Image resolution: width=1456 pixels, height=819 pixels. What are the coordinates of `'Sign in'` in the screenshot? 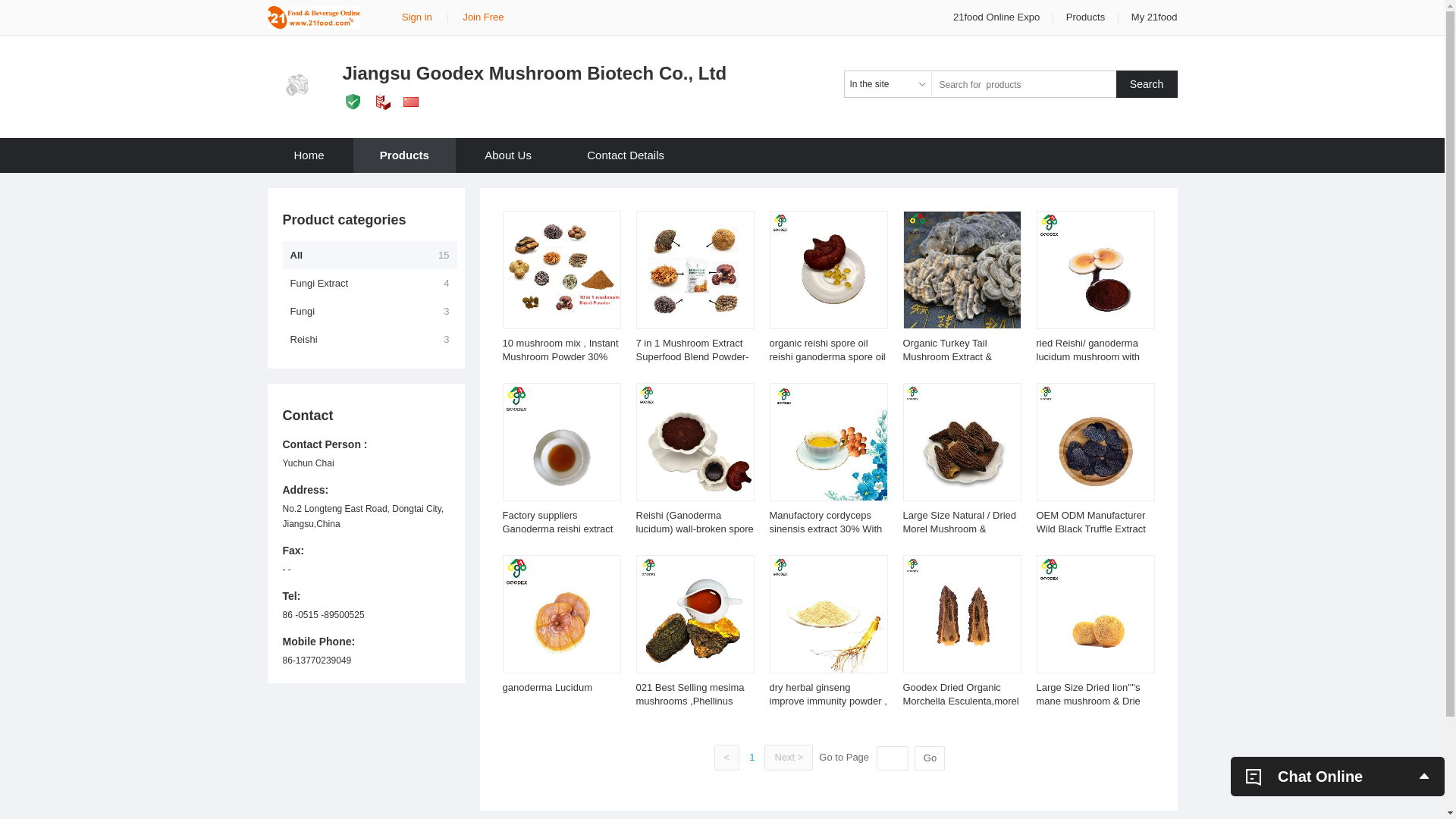 It's located at (417, 17).